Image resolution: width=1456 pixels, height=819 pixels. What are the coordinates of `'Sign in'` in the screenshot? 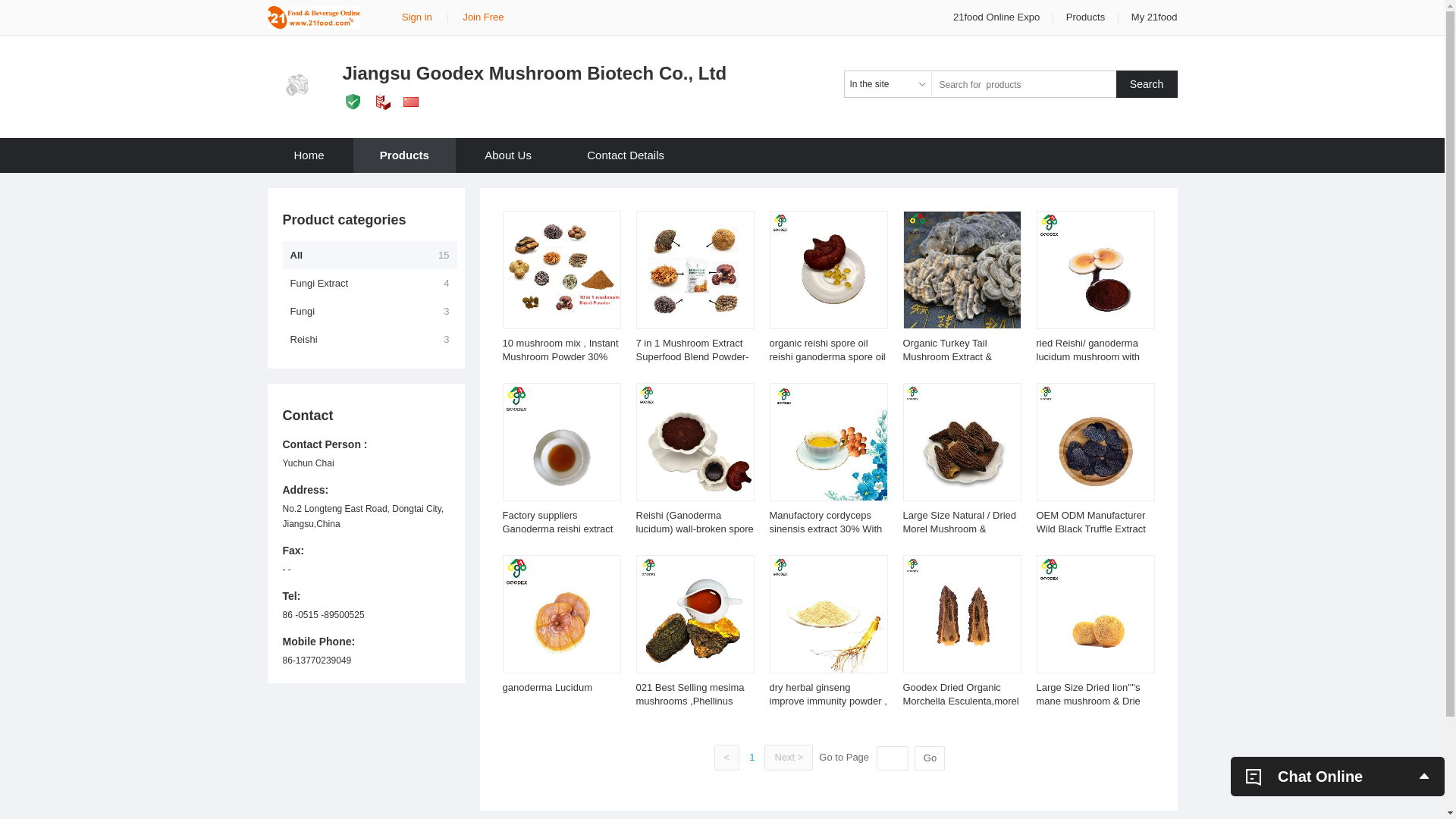 It's located at (417, 17).